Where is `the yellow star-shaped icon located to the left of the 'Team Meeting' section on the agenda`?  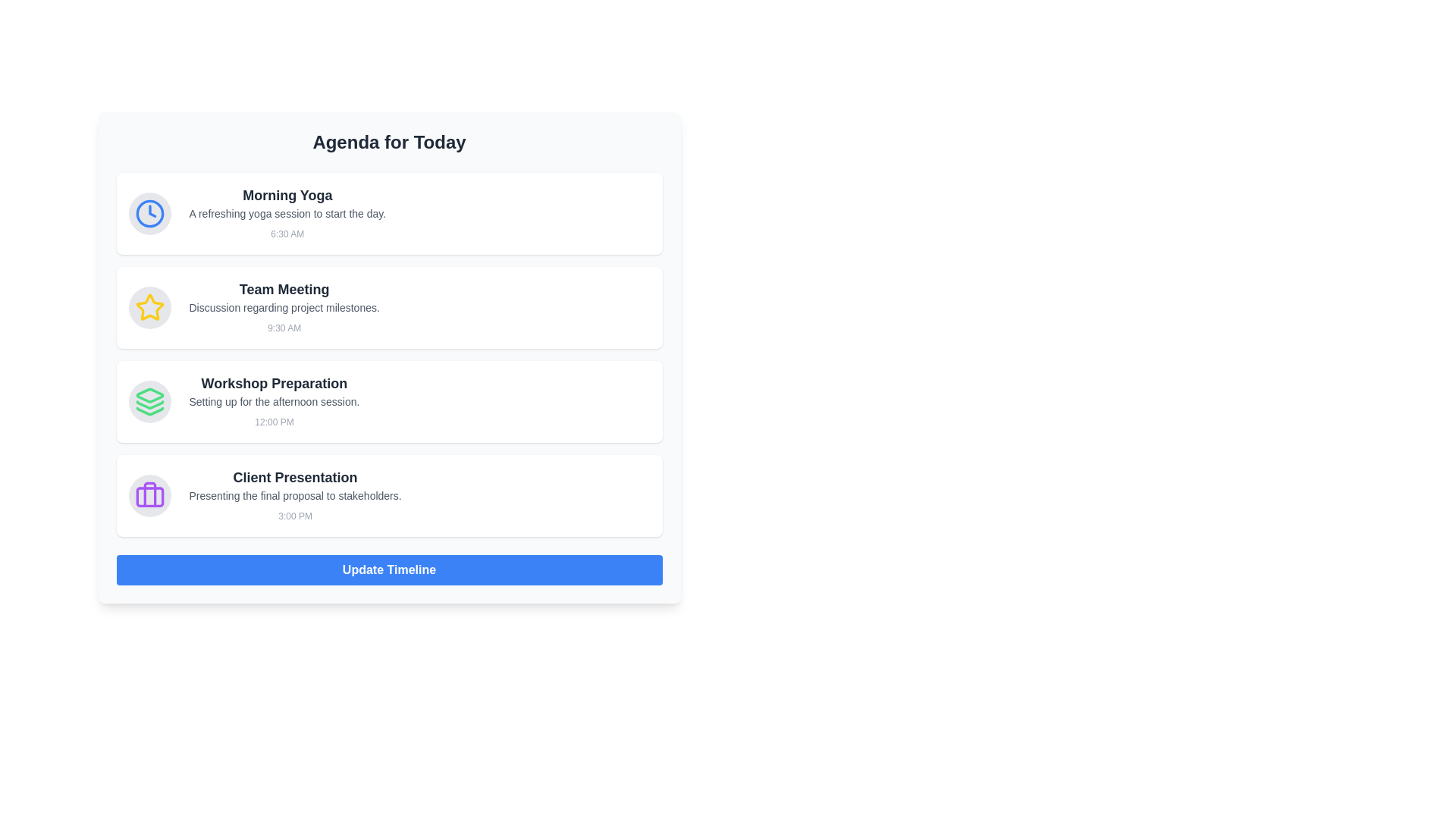 the yellow star-shaped icon located to the left of the 'Team Meeting' section on the agenda is located at coordinates (149, 307).